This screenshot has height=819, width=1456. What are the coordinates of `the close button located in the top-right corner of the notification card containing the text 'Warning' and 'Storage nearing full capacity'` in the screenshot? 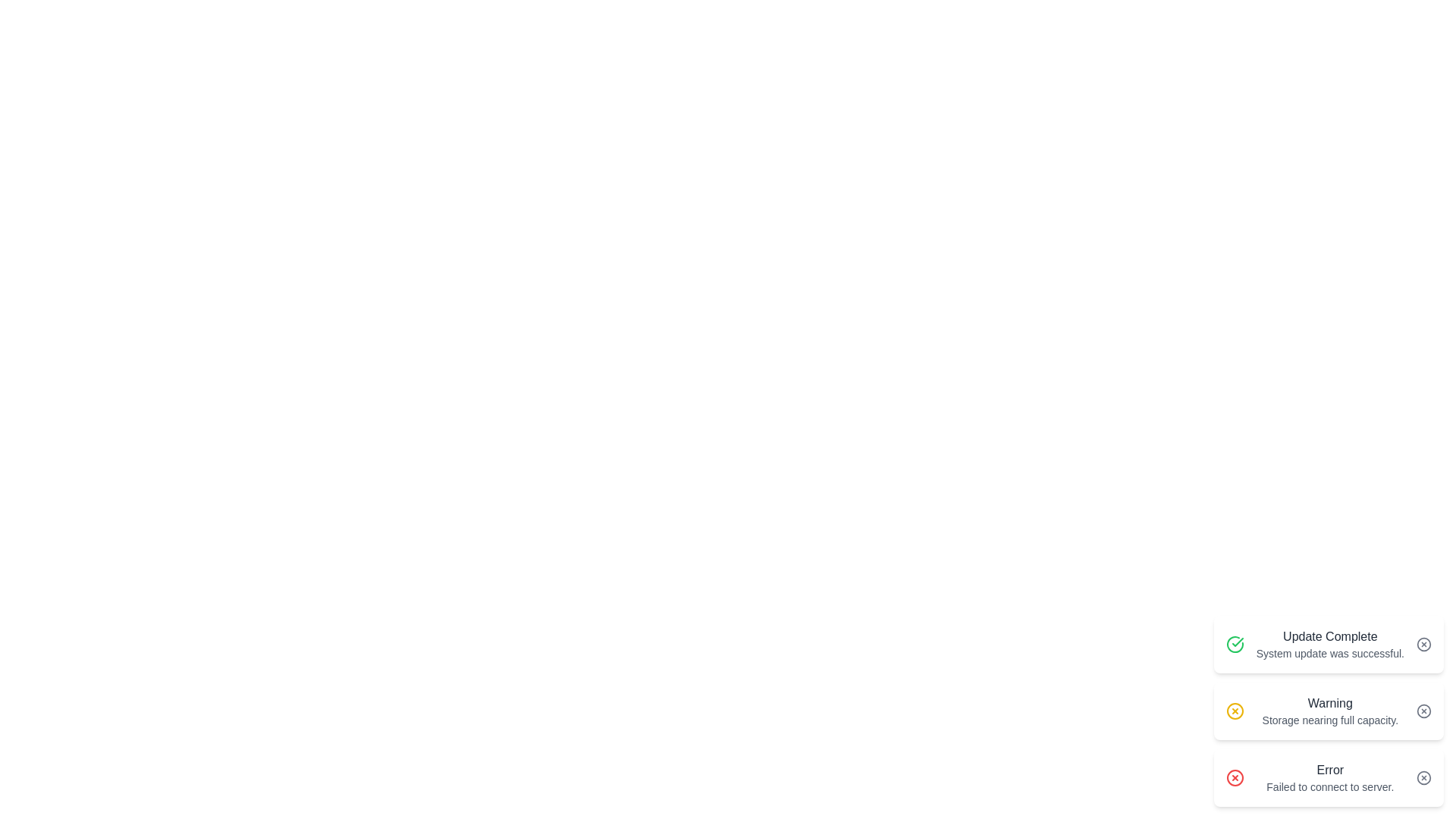 It's located at (1423, 711).